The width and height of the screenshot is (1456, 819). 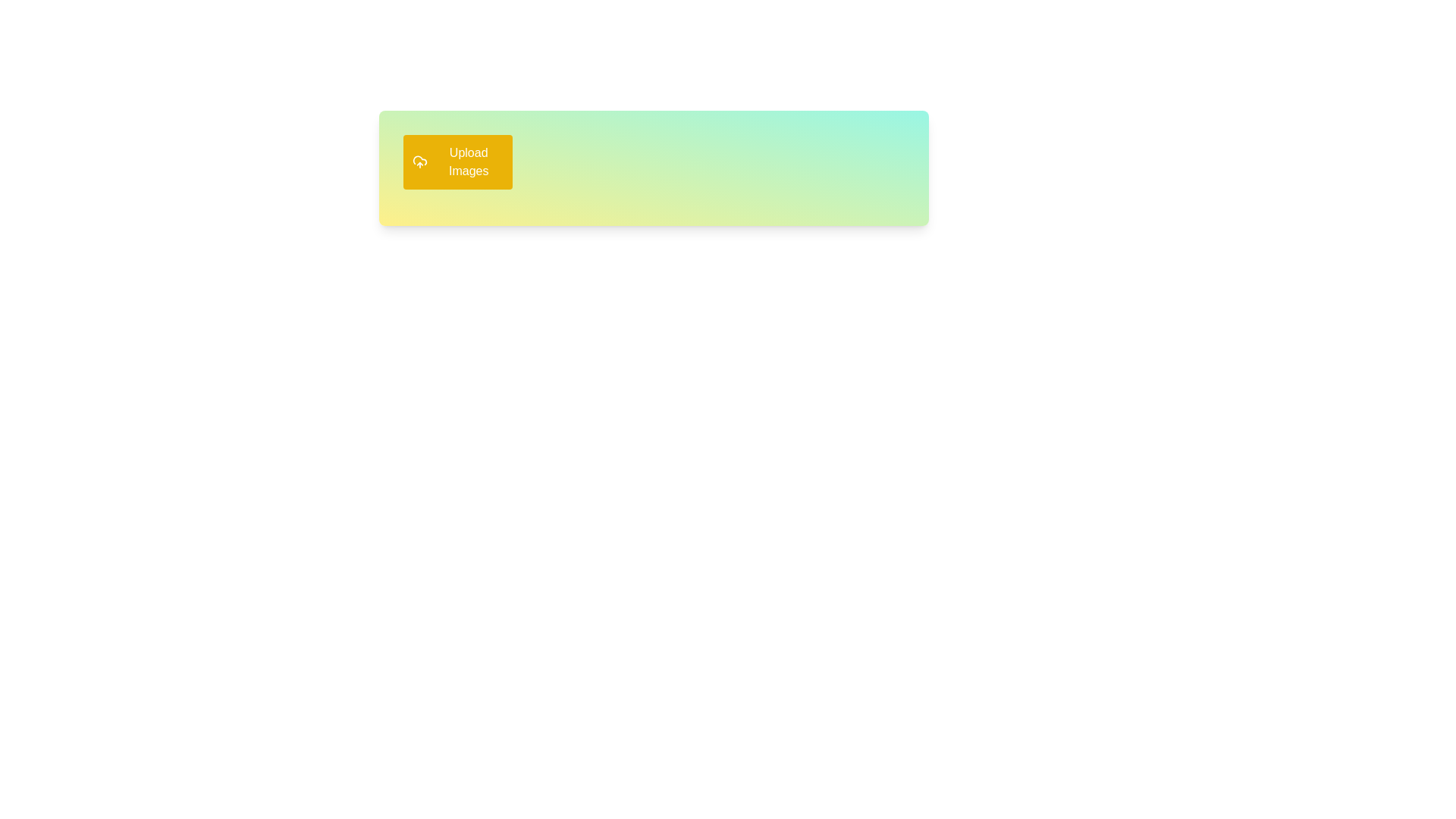 What do you see at coordinates (457, 162) in the screenshot?
I see `the rectangular button with a yellow background that displays 'Upload Images' in white font to observe the hover effect` at bounding box center [457, 162].